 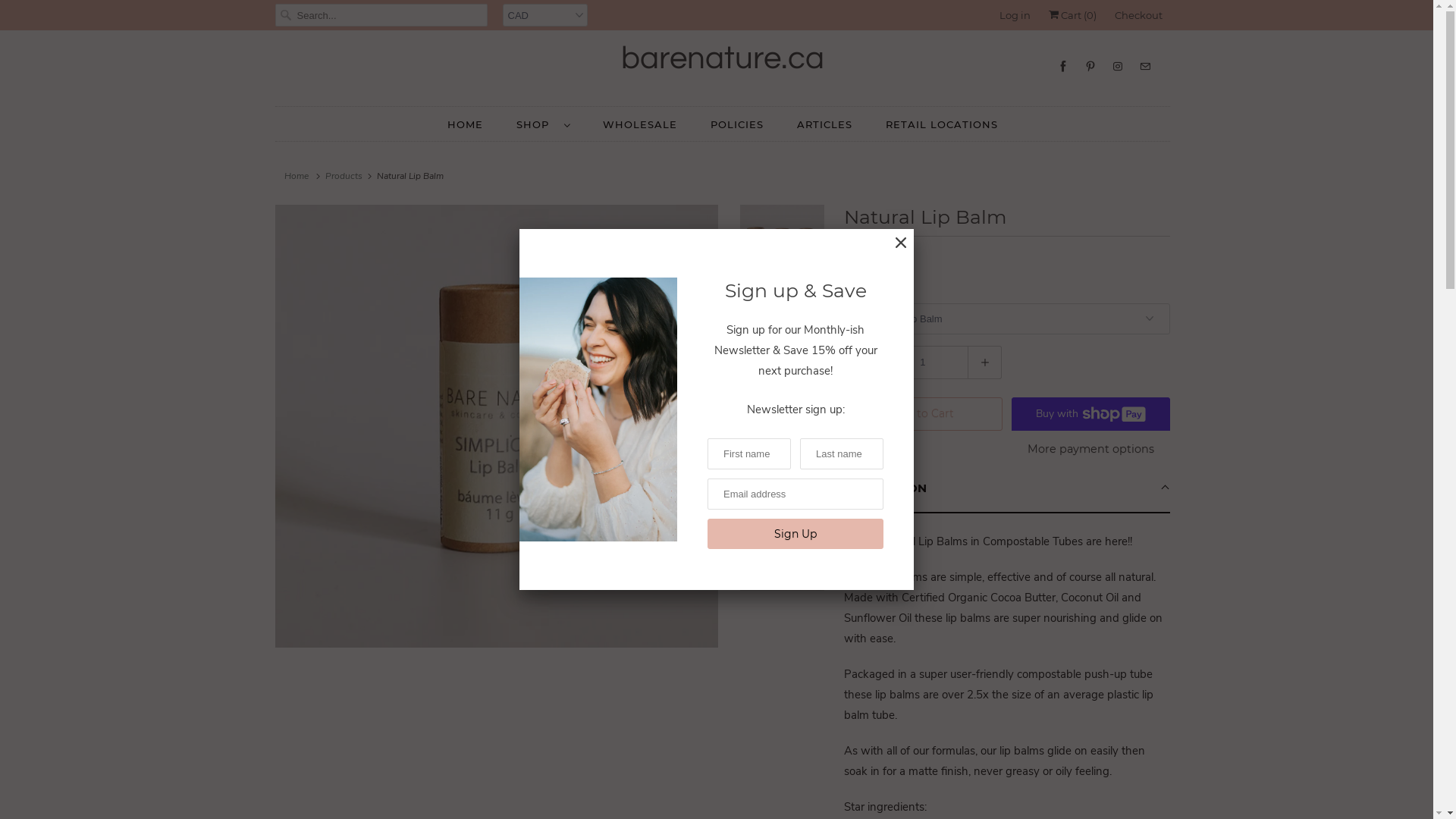 What do you see at coordinates (1117, 65) in the screenshot?
I see `'barenature.ca on Instagram'` at bounding box center [1117, 65].